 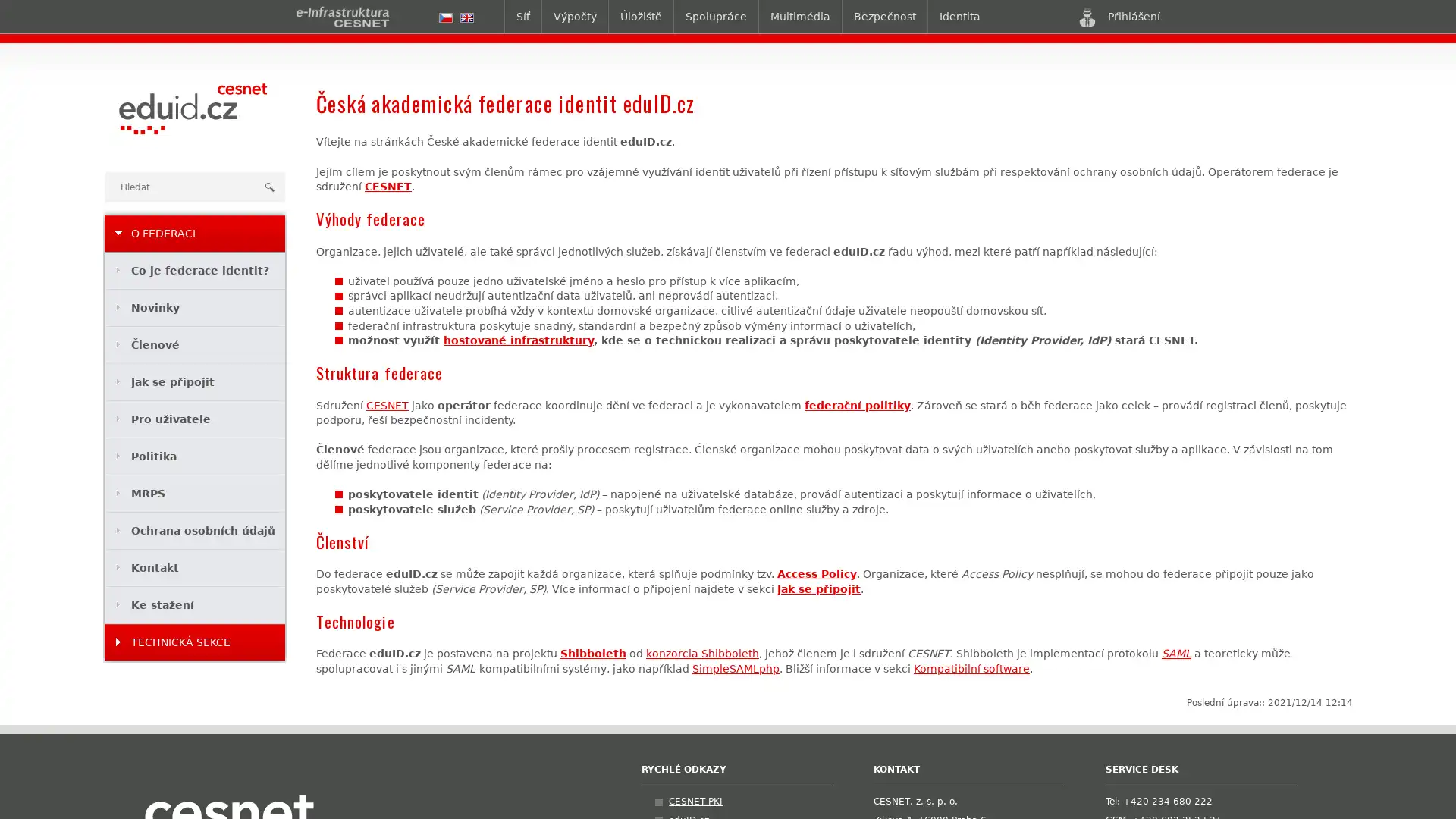 What do you see at coordinates (269, 186) in the screenshot?
I see `Hledat` at bounding box center [269, 186].